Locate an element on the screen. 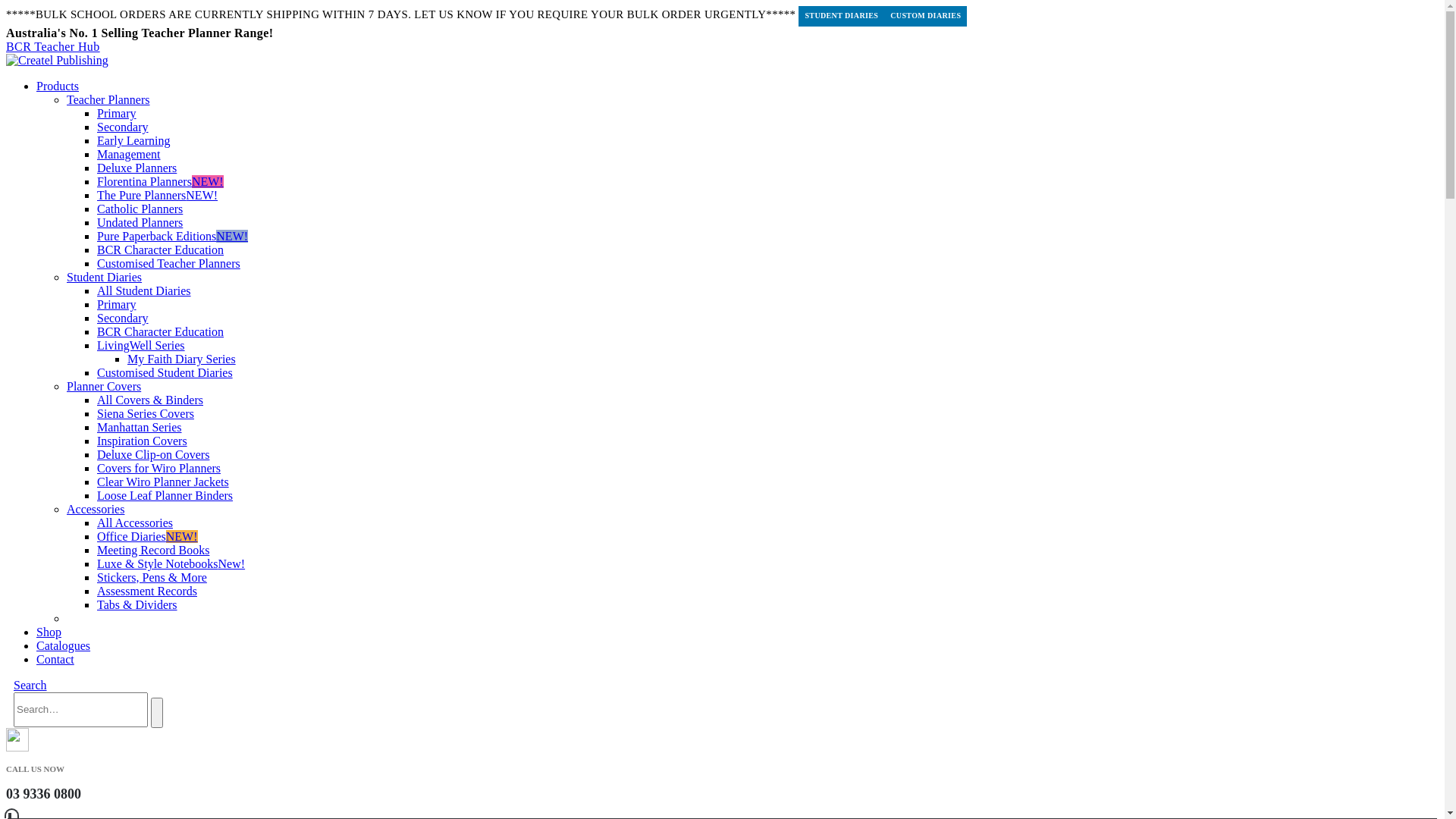 This screenshot has height=819, width=1456. 'LivingWell Series' is located at coordinates (96, 345).